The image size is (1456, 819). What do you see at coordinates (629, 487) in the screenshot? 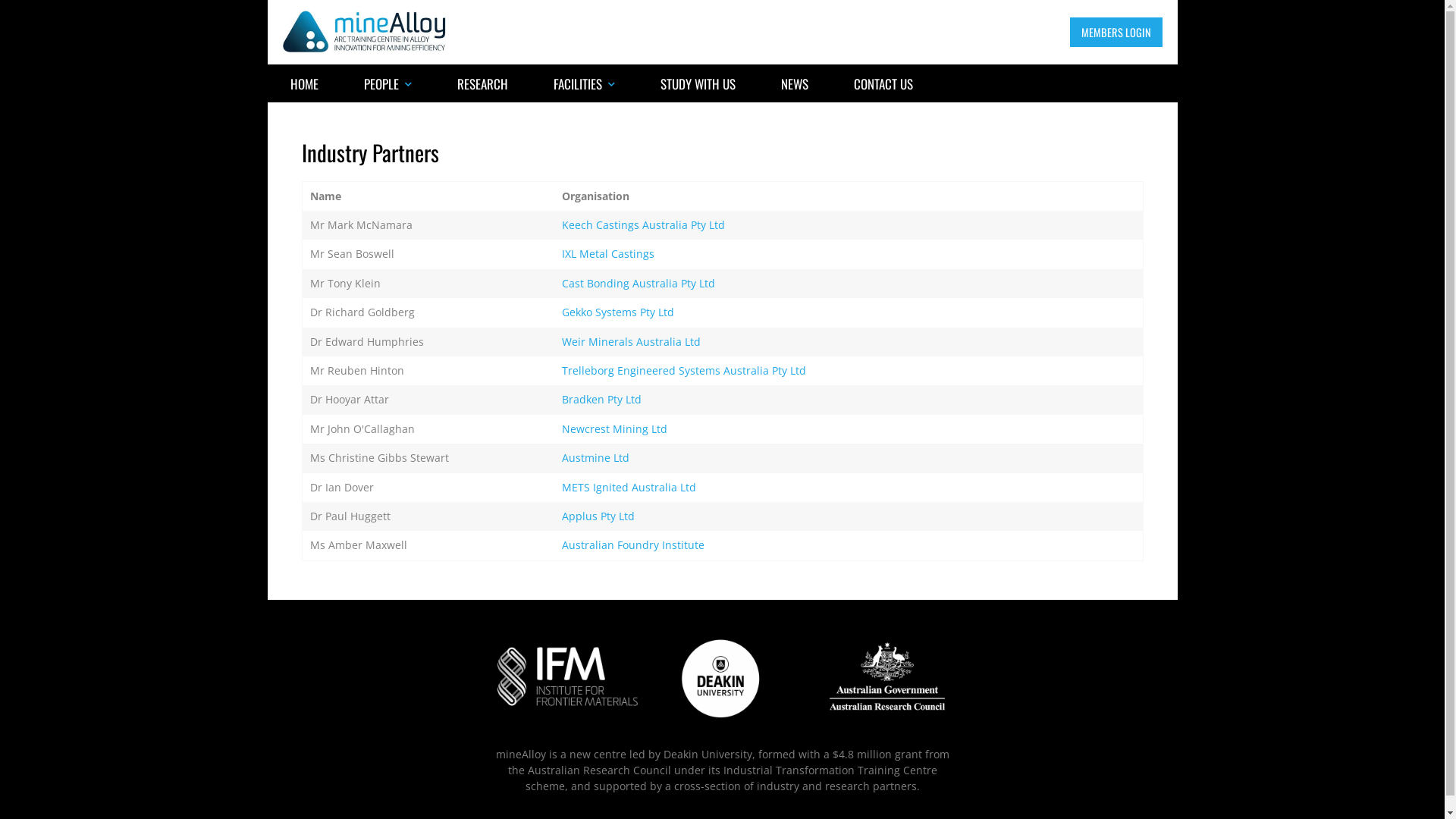
I see `'METS Ignited Australia Ltd'` at bounding box center [629, 487].